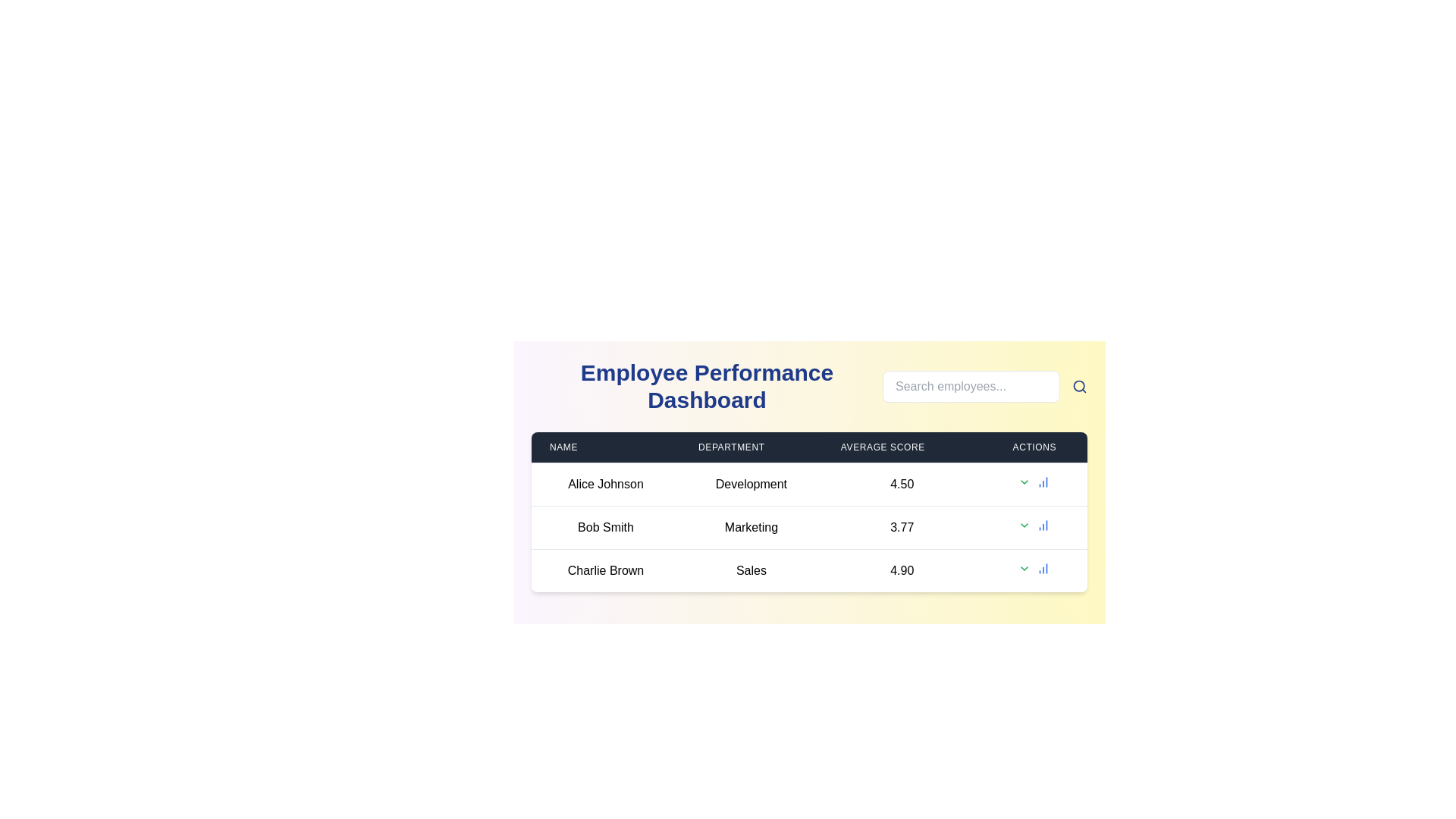 This screenshot has width=1456, height=819. I want to click on the downward-pointing chevron icon button in the last row of the 'Actions' column next to the 'Sales' label for the 'Charlie Brown' entry, so click(1025, 568).